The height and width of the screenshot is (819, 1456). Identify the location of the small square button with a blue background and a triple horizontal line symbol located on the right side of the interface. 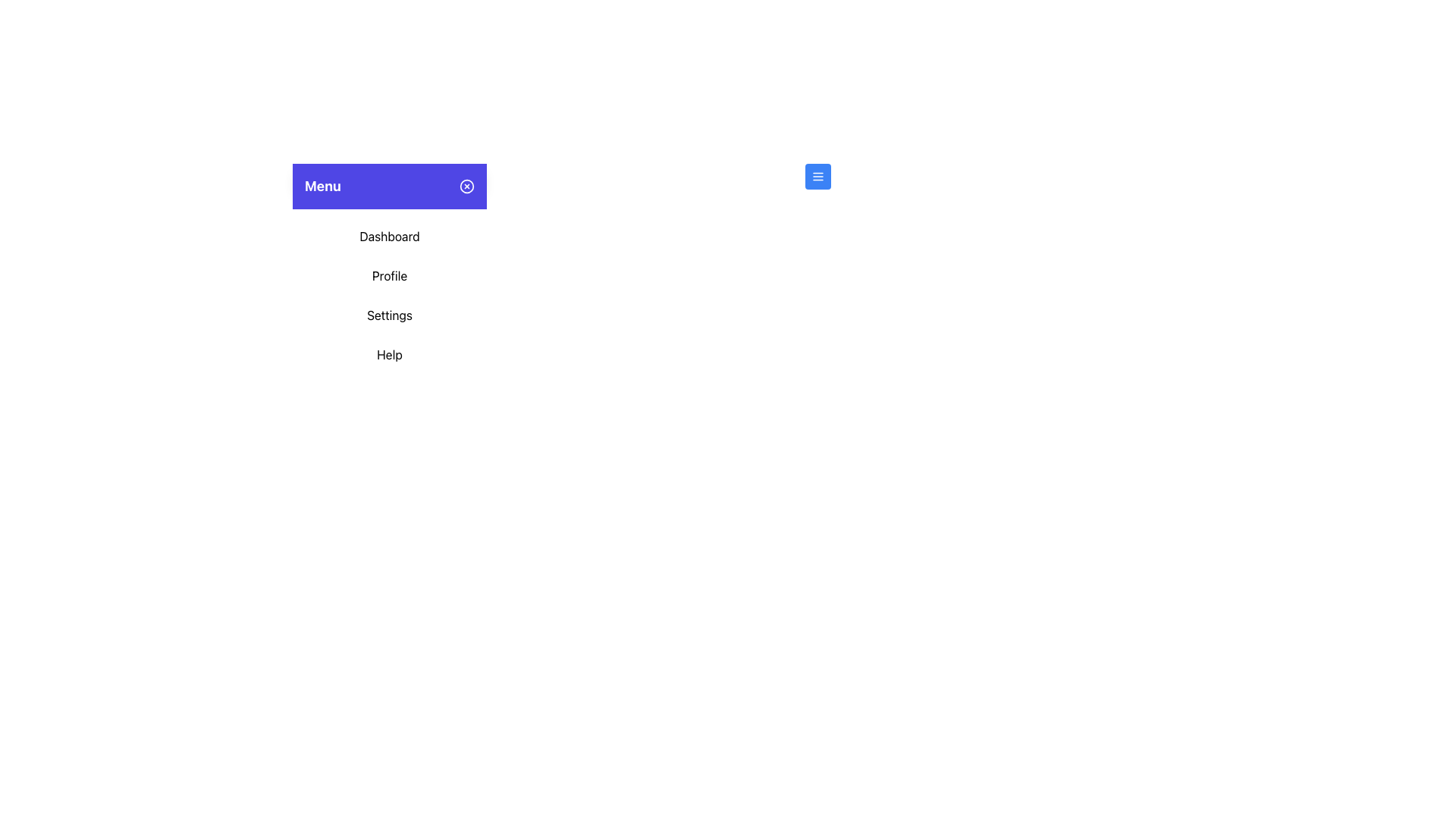
(817, 175).